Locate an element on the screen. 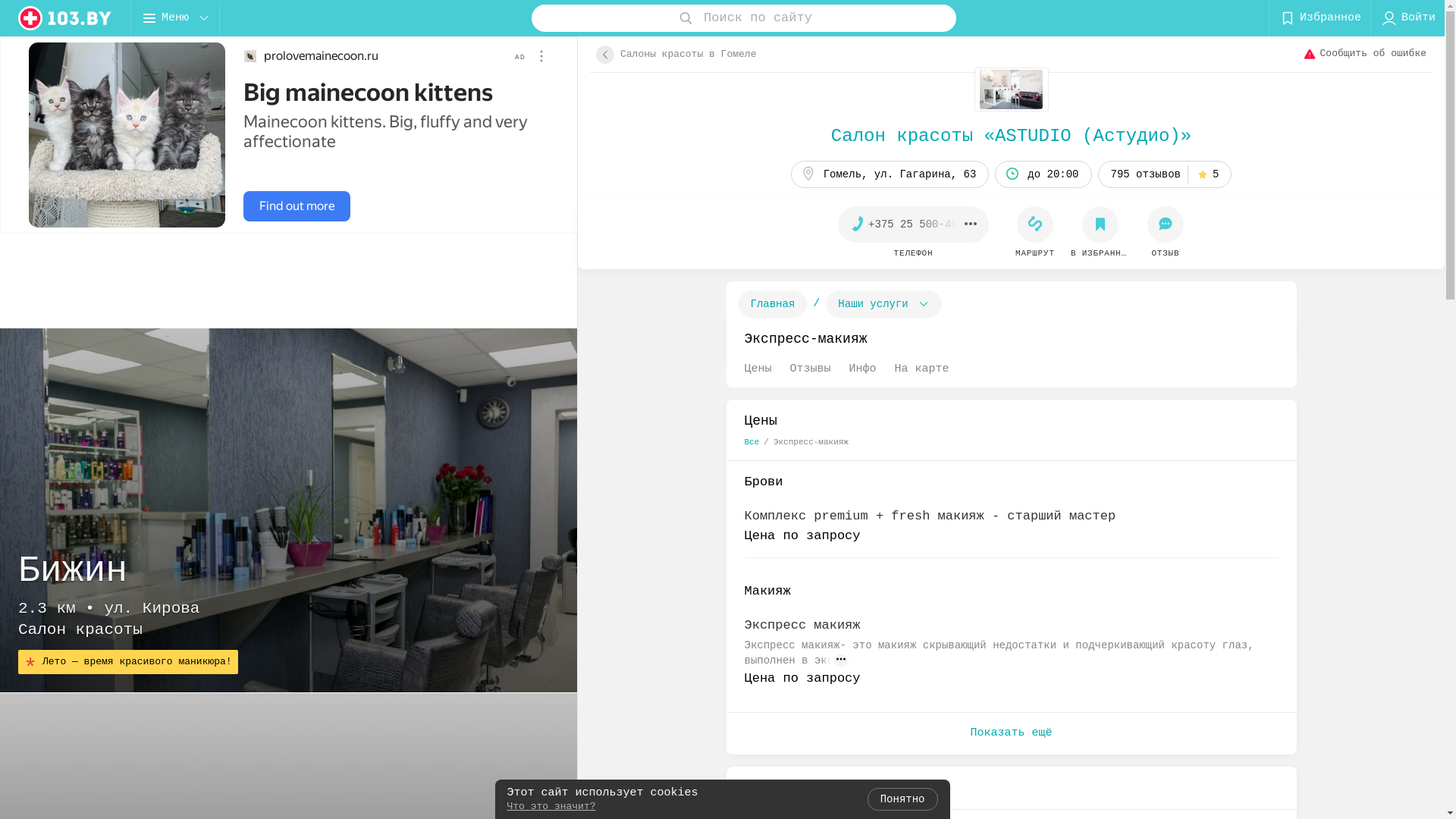  'logo' is located at coordinates (64, 17).